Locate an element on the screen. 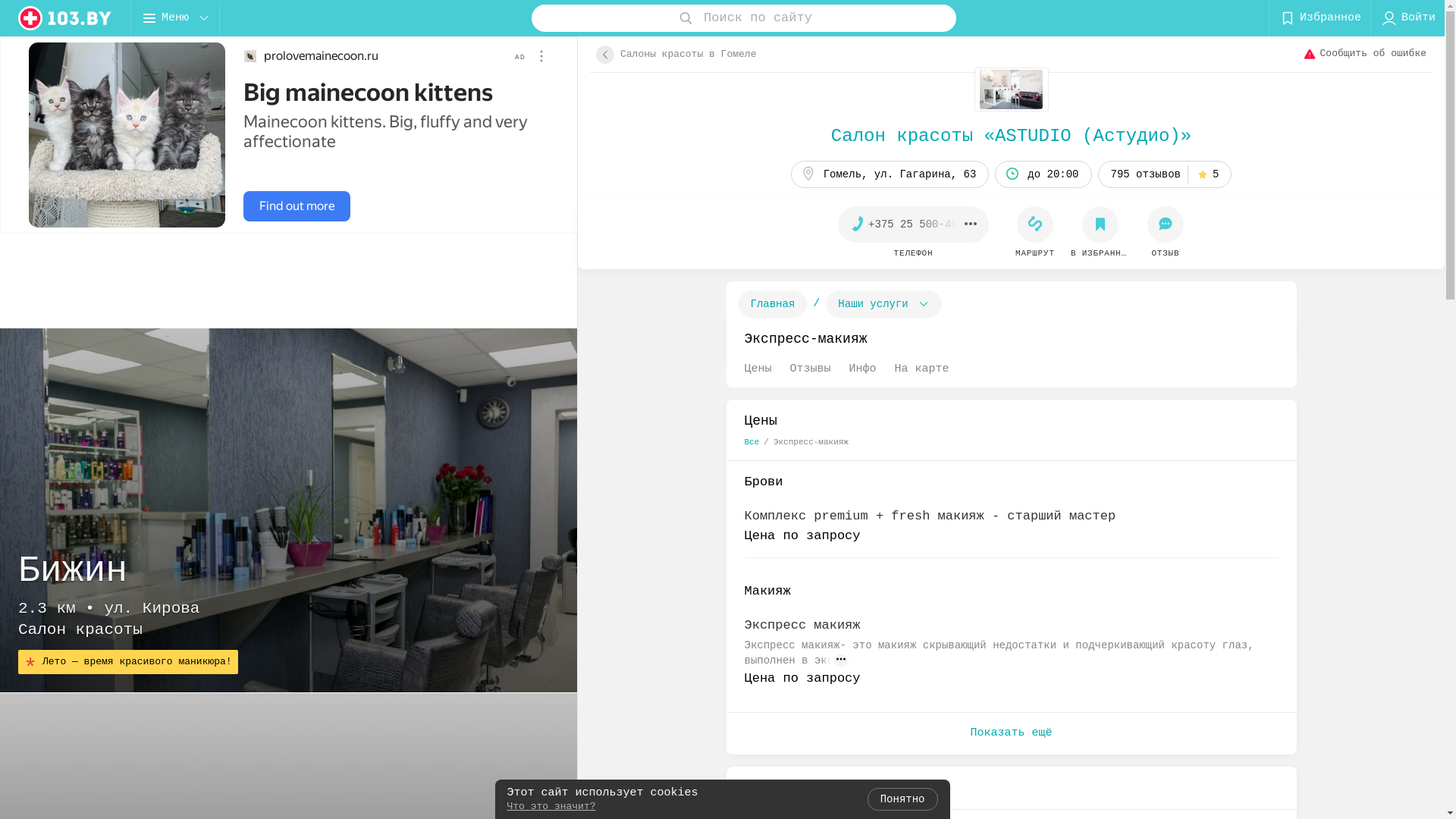  'logo' is located at coordinates (64, 17).